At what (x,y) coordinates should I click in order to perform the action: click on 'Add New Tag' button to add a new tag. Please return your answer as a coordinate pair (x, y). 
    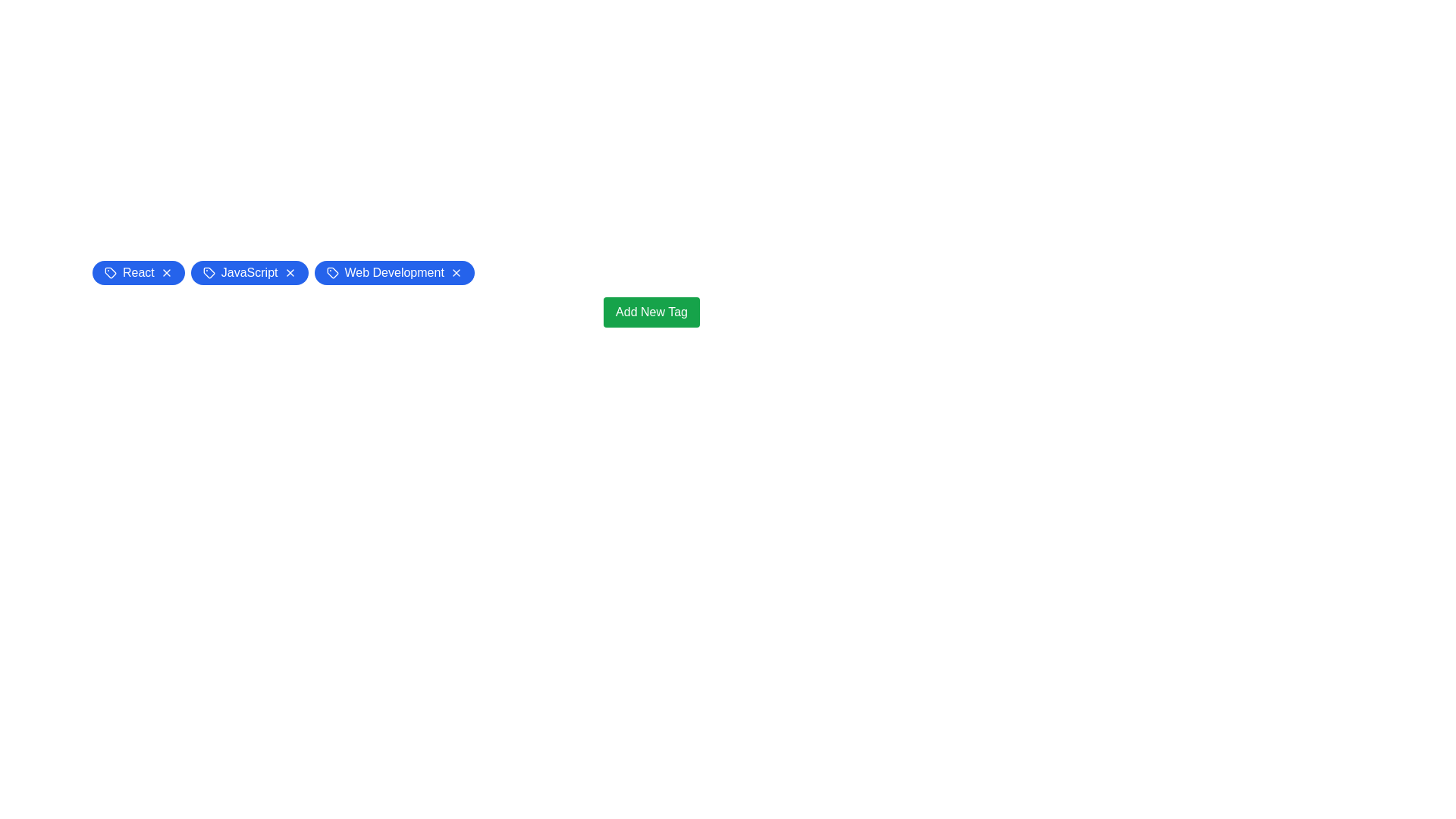
    Looking at the image, I should click on (651, 312).